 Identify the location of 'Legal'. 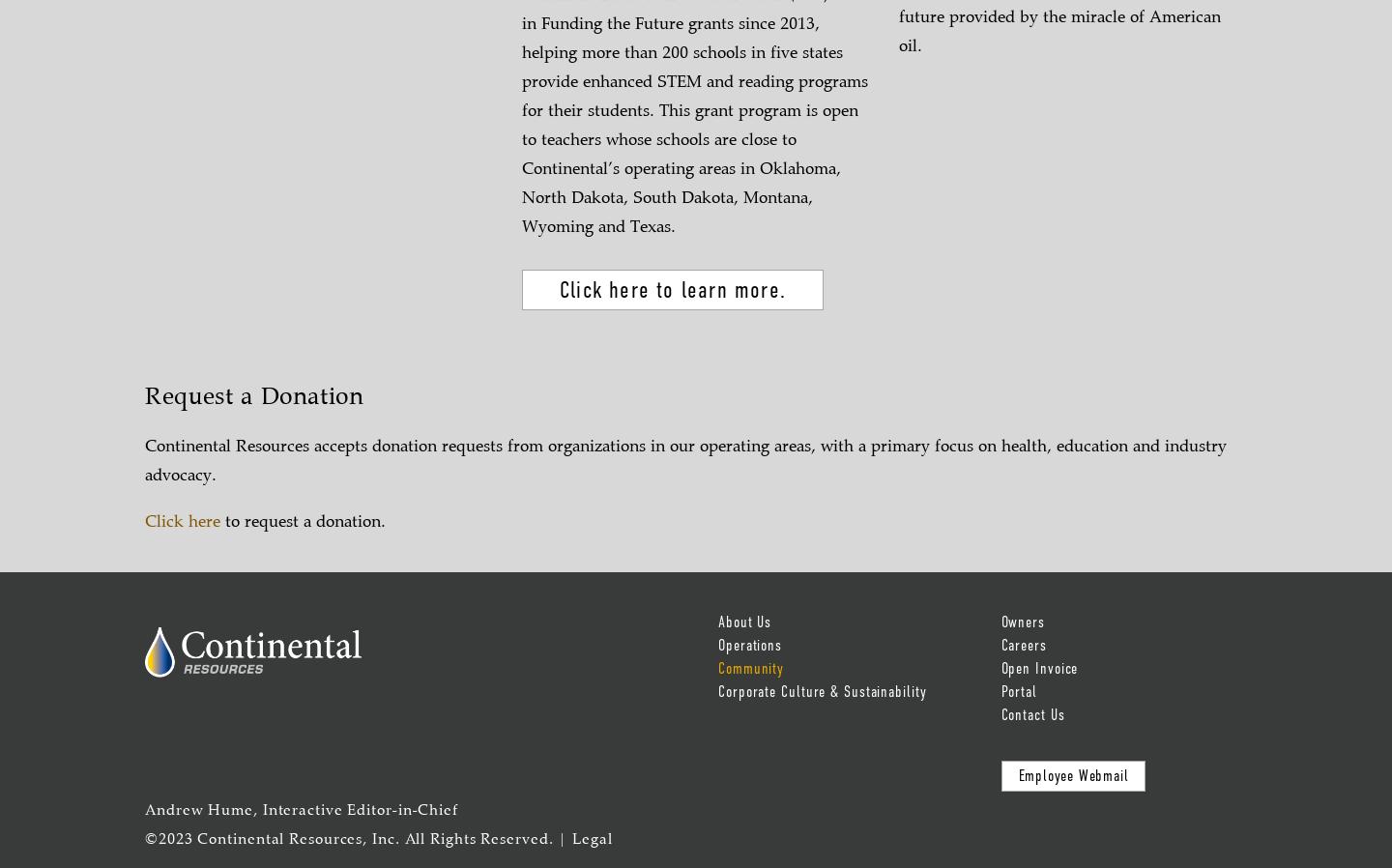
(591, 839).